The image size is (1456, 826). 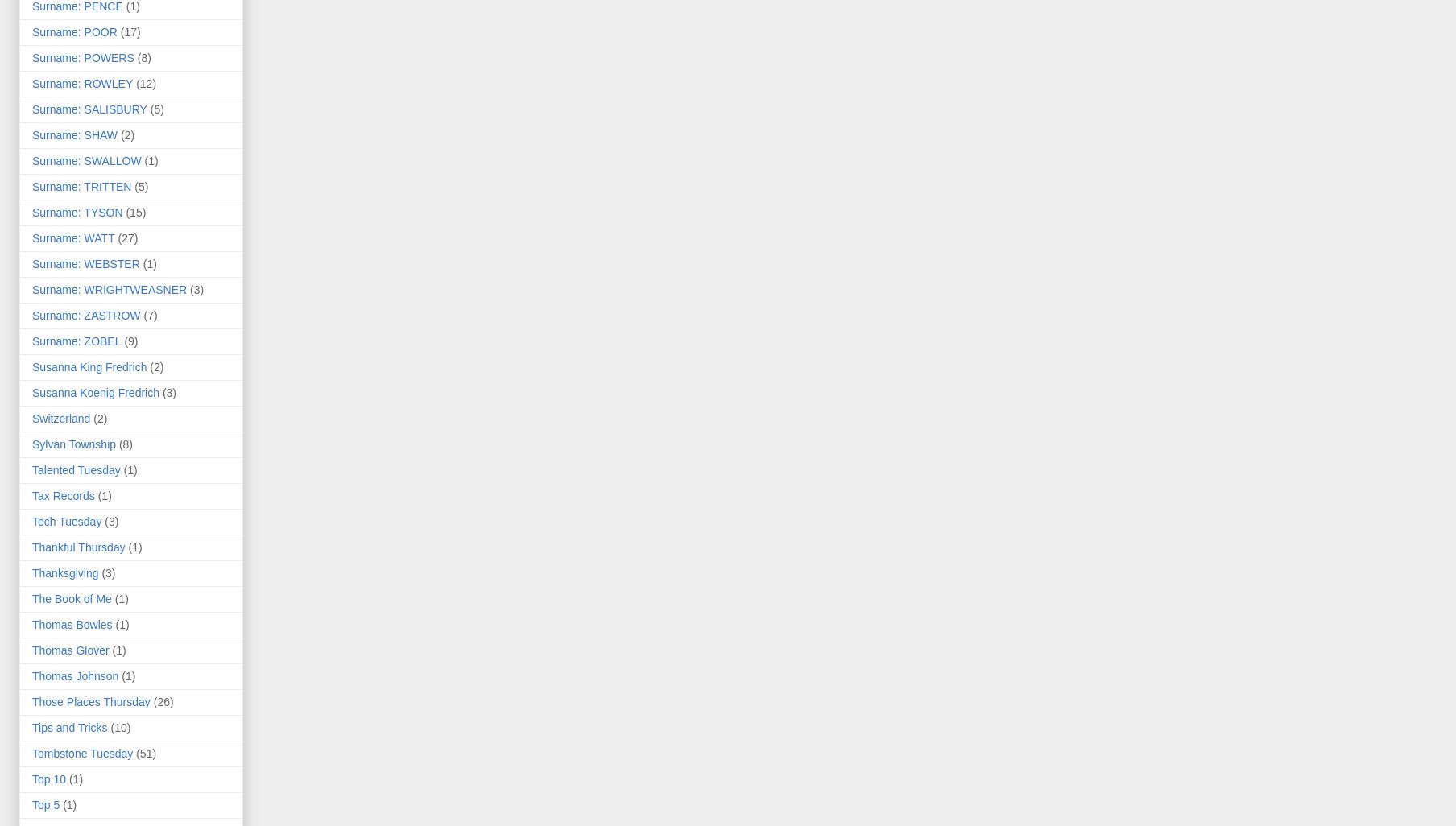 I want to click on 'Talented Tuesday', so click(x=75, y=469).